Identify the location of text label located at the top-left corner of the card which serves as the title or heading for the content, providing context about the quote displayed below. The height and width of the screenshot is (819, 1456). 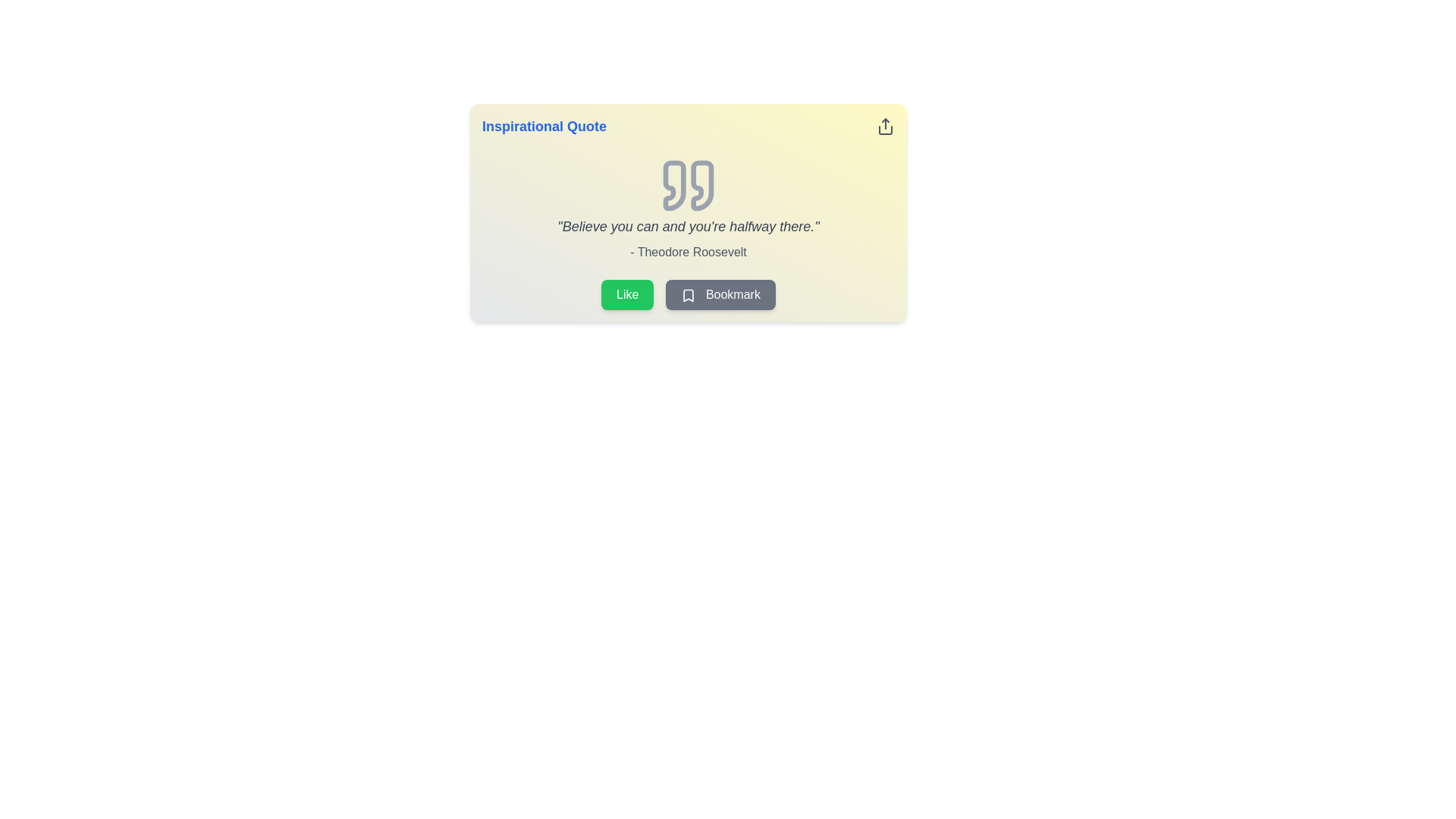
(544, 125).